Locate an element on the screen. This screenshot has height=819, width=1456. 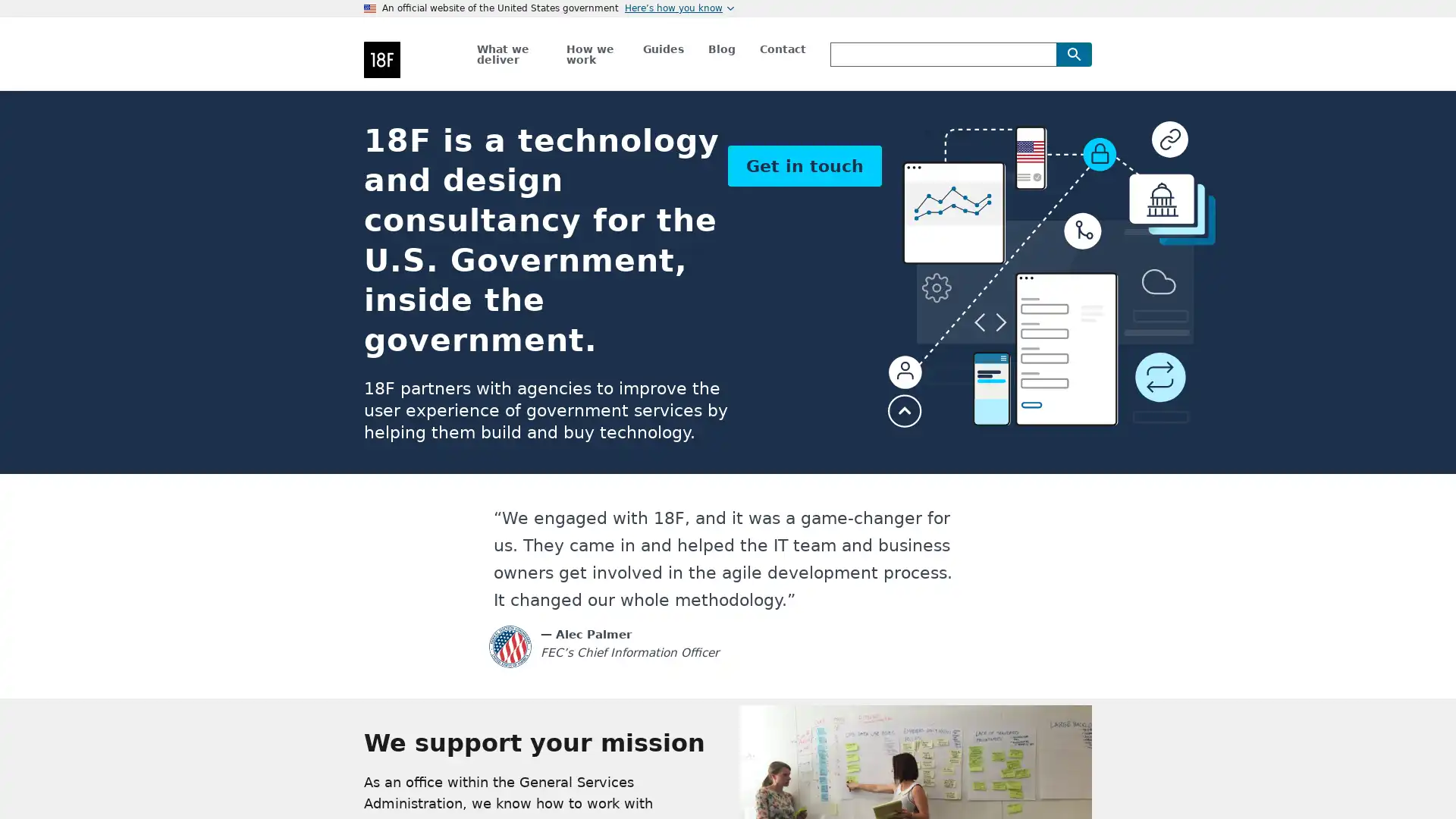
Search is located at coordinates (1073, 54).